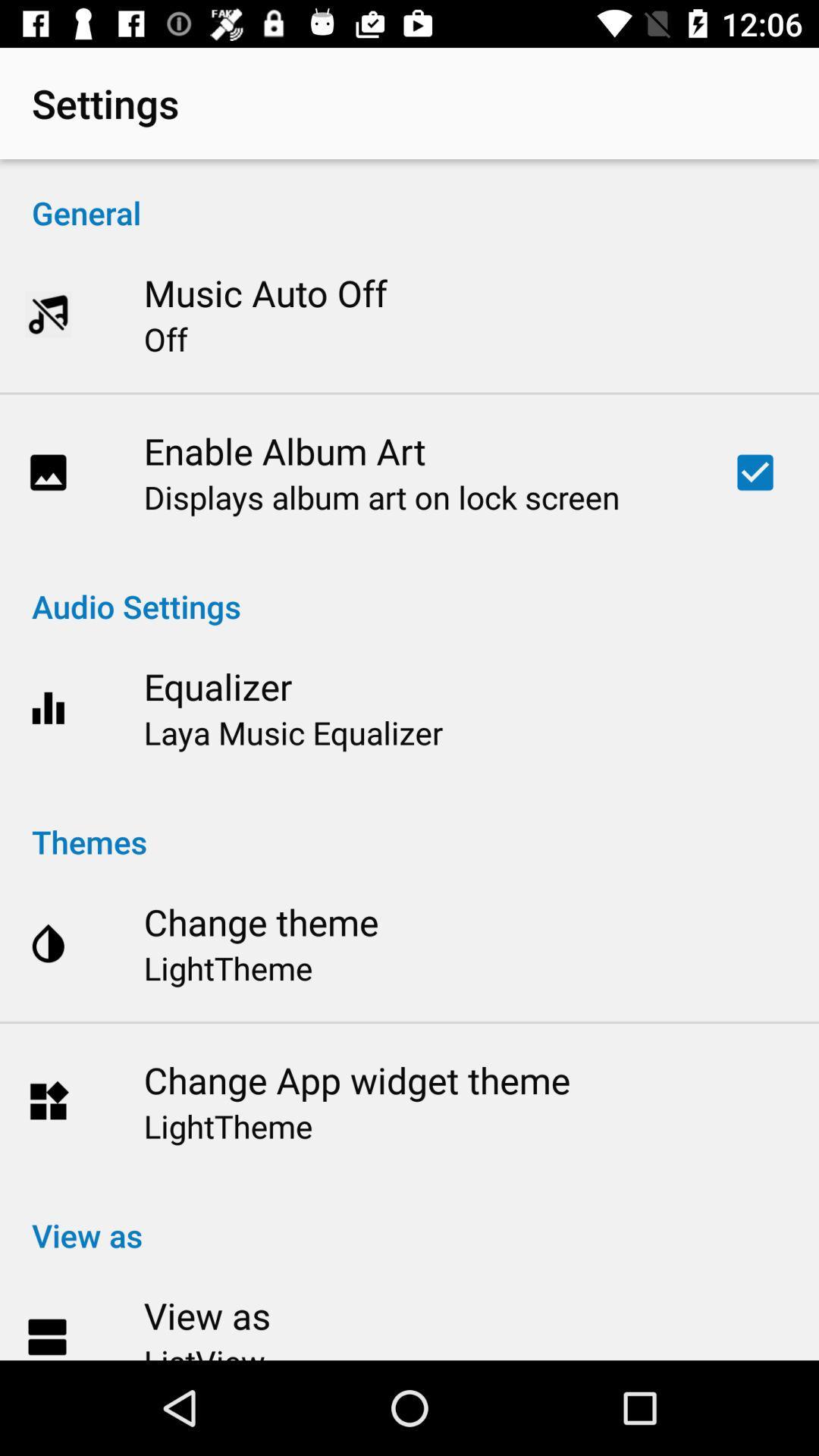 The height and width of the screenshot is (1456, 819). What do you see at coordinates (755, 472) in the screenshot?
I see `the item at the top right corner` at bounding box center [755, 472].